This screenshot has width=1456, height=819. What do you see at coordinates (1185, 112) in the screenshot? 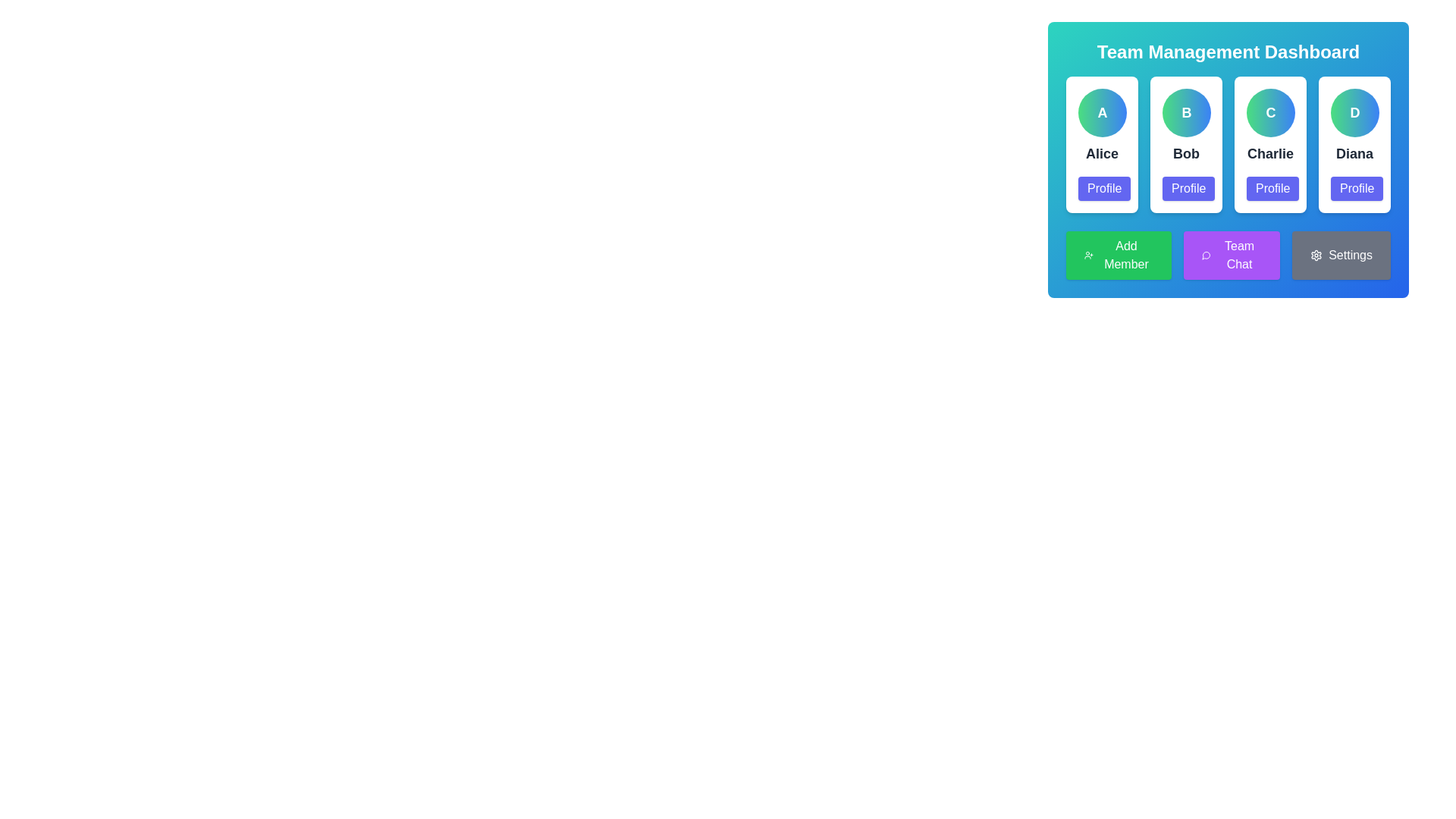
I see `the circular user avatar for user 'Bob'` at bounding box center [1185, 112].